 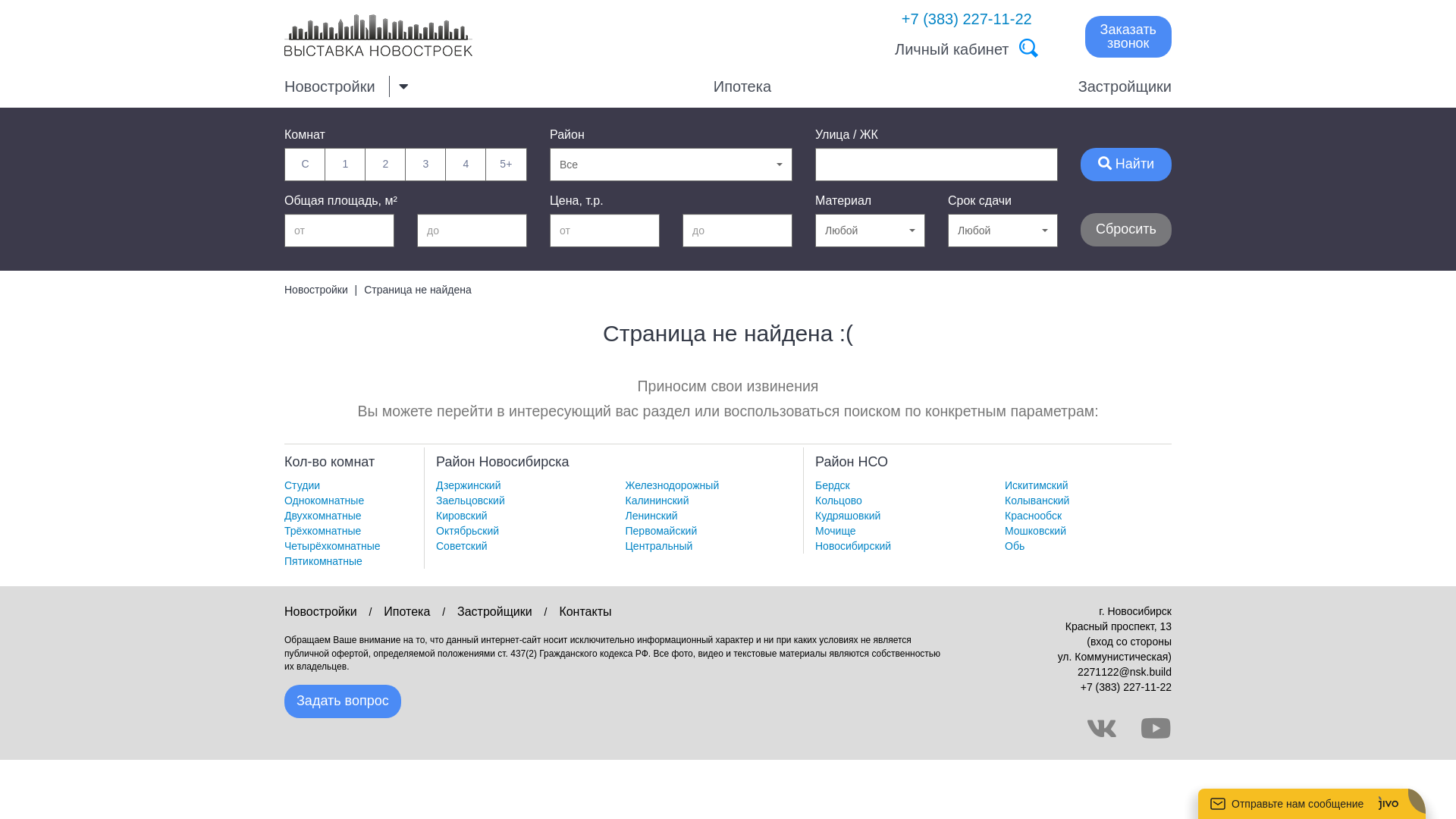 What do you see at coordinates (966, 18) in the screenshot?
I see `'+7 (383) 227-11-22'` at bounding box center [966, 18].